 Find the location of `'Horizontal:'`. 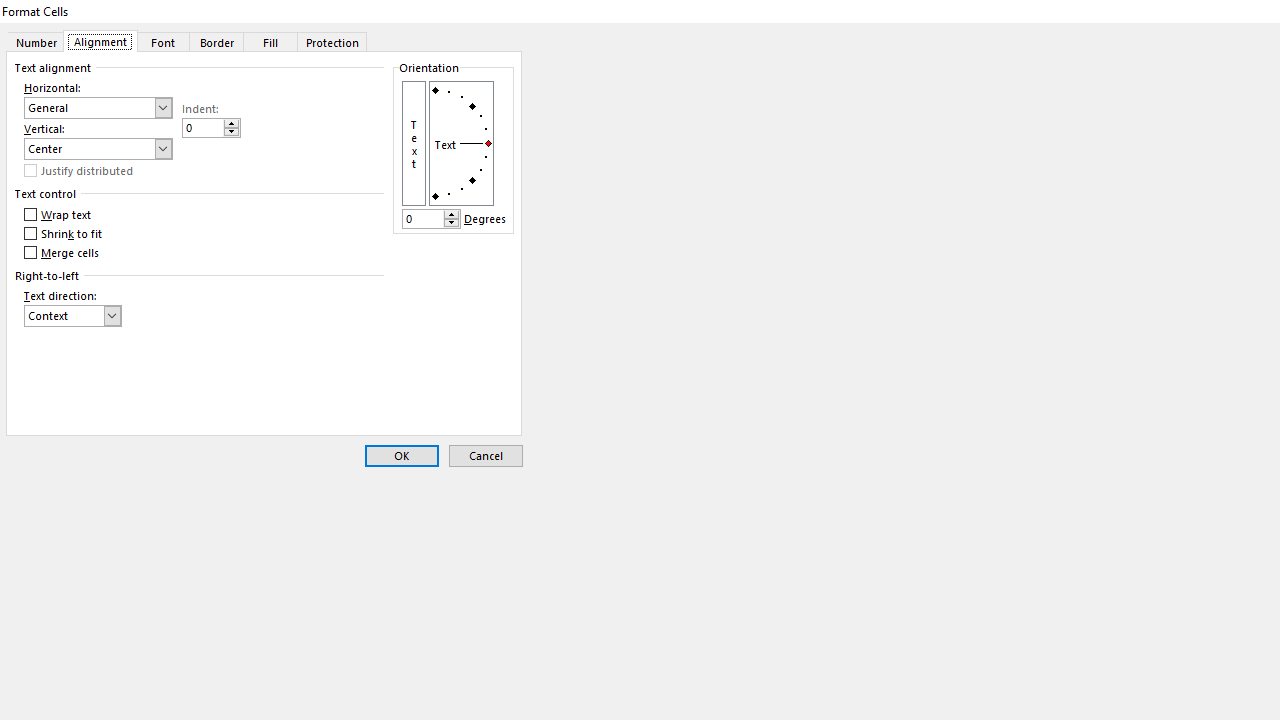

'Horizontal:' is located at coordinates (97, 108).